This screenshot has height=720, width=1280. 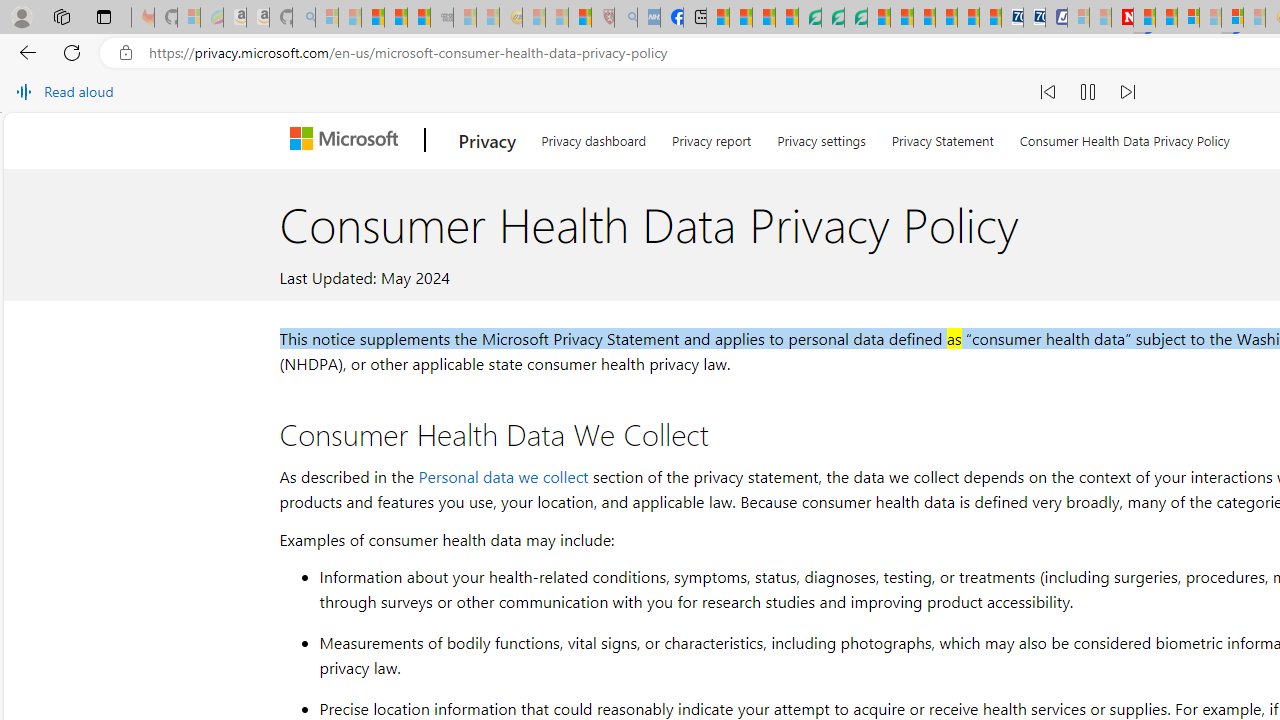 What do you see at coordinates (373, 17) in the screenshot?
I see `'The Weather Channel - MSN'` at bounding box center [373, 17].